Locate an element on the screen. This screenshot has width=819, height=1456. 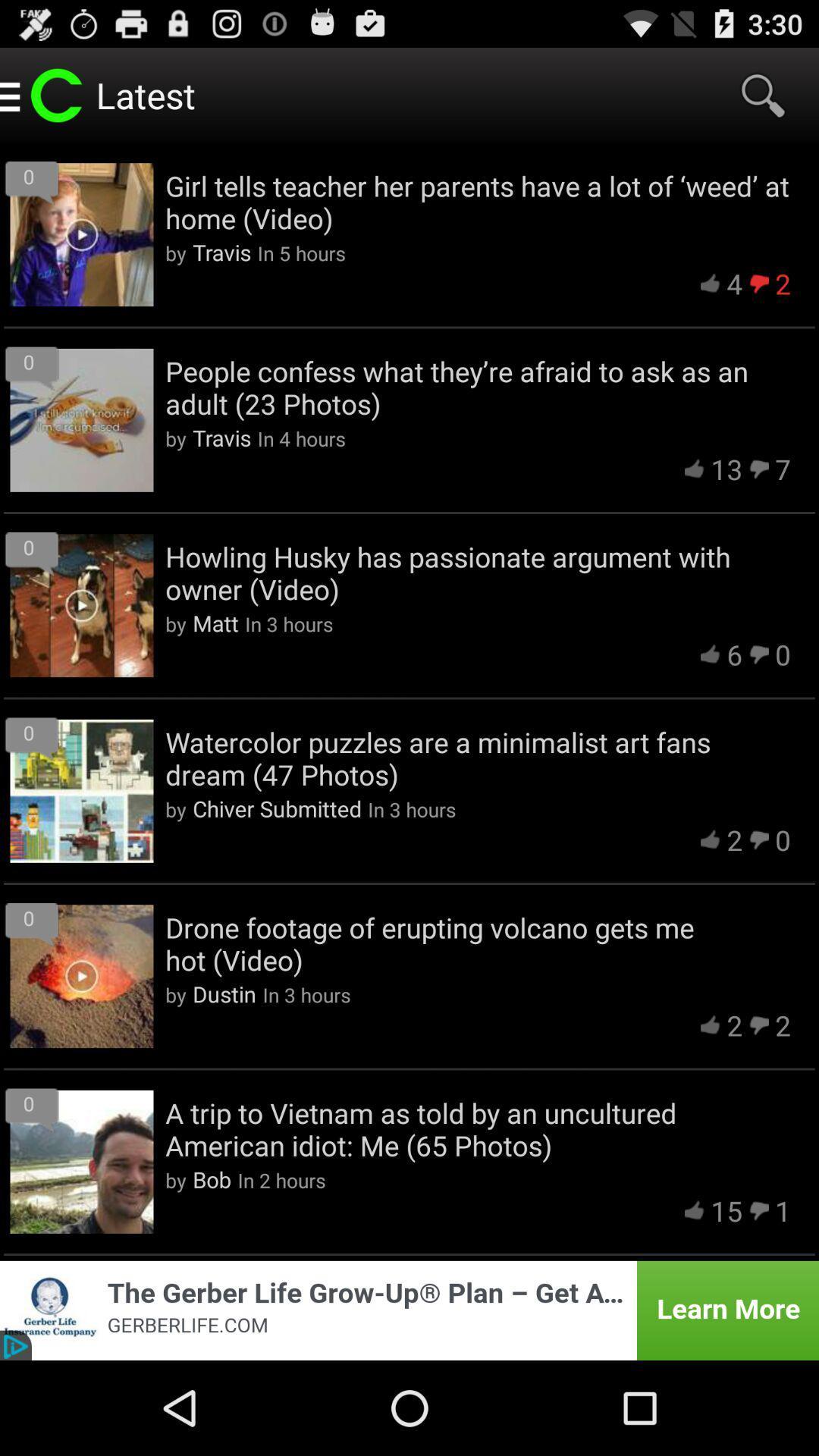
icon above howling husky has item is located at coordinates (783, 468).